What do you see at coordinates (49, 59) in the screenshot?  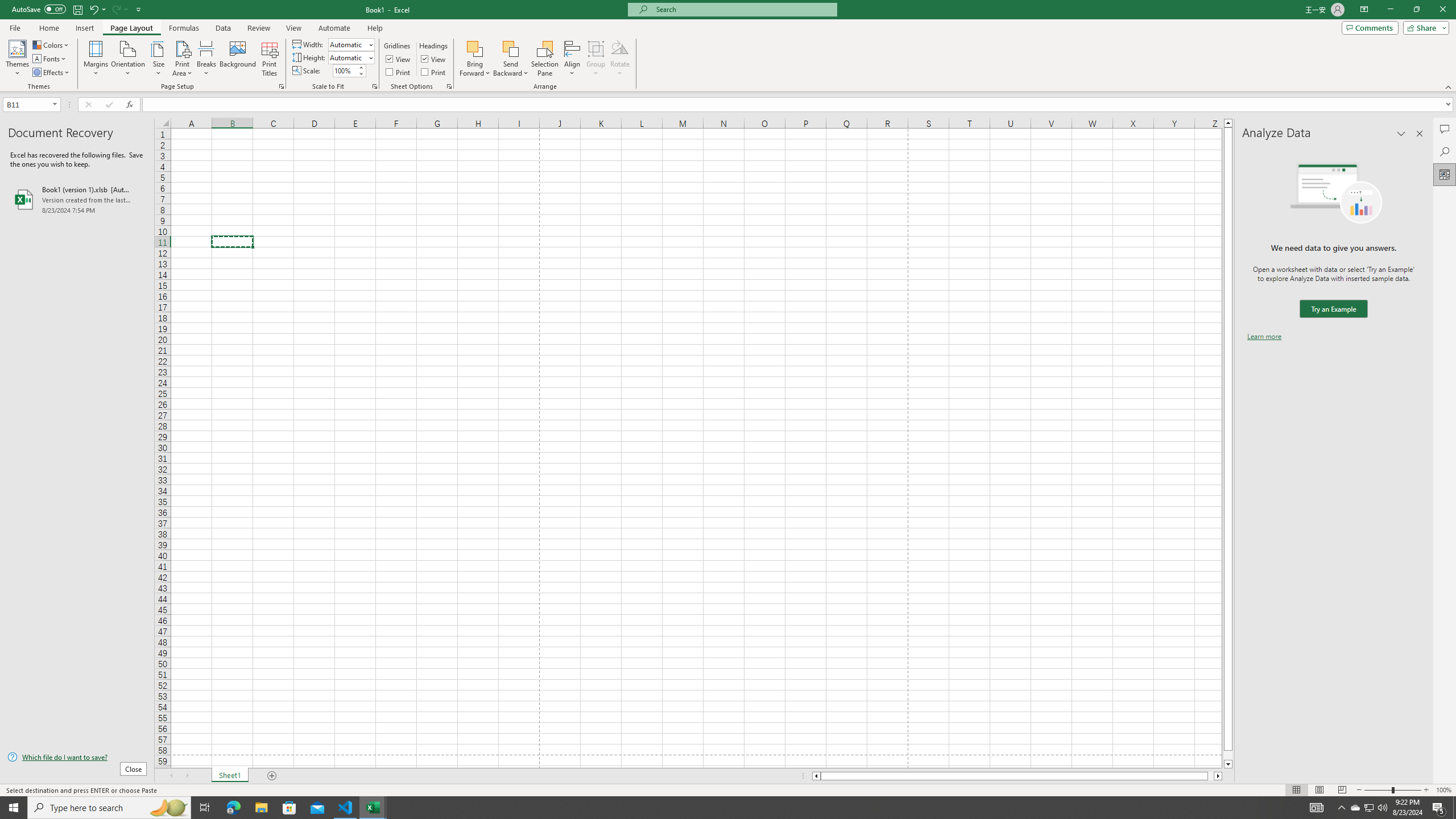 I see `'Fonts'` at bounding box center [49, 59].